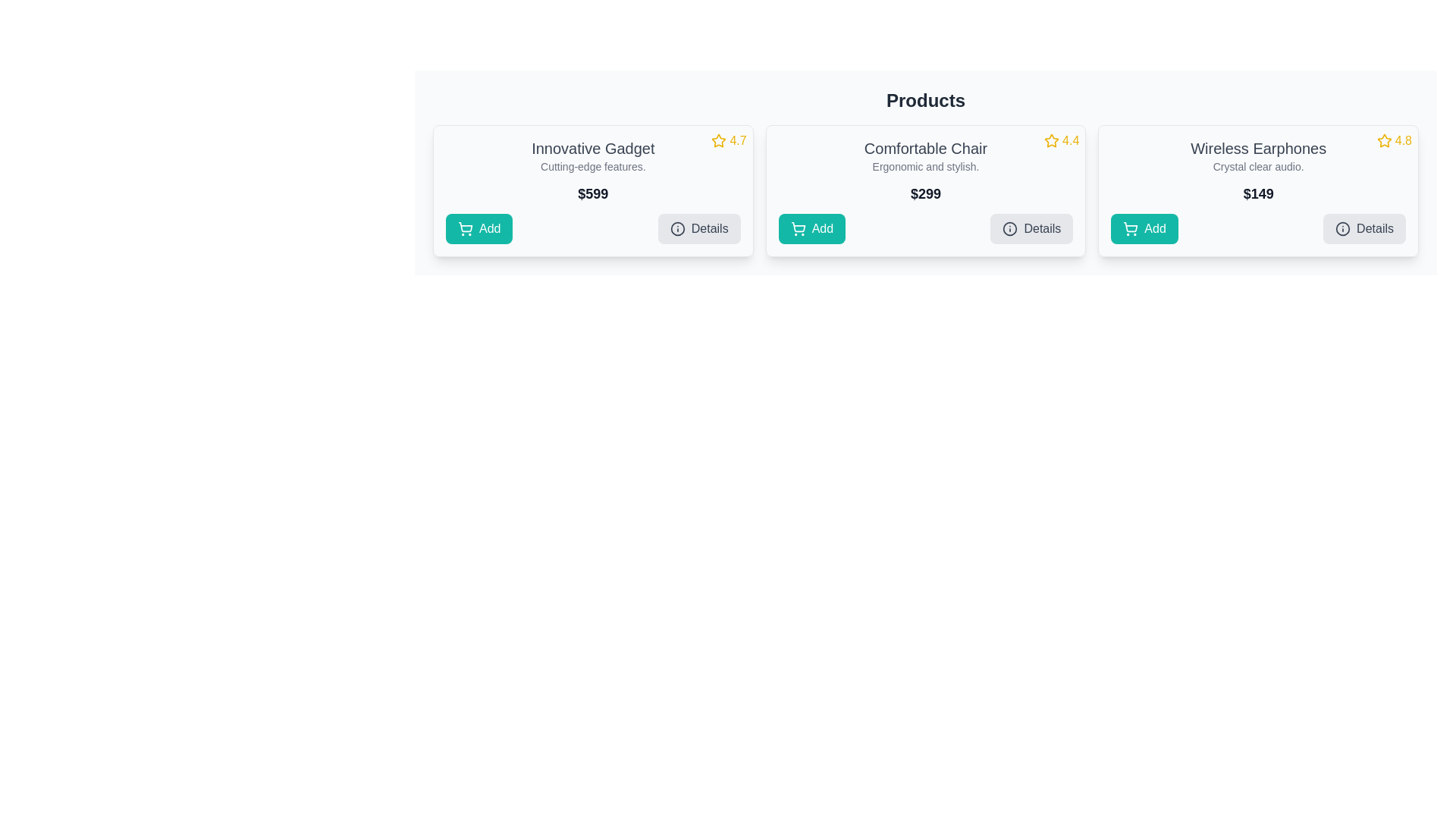  I want to click on the 'Add to cart' button located at the bottom left corner of the leftmost product card, so click(479, 228).